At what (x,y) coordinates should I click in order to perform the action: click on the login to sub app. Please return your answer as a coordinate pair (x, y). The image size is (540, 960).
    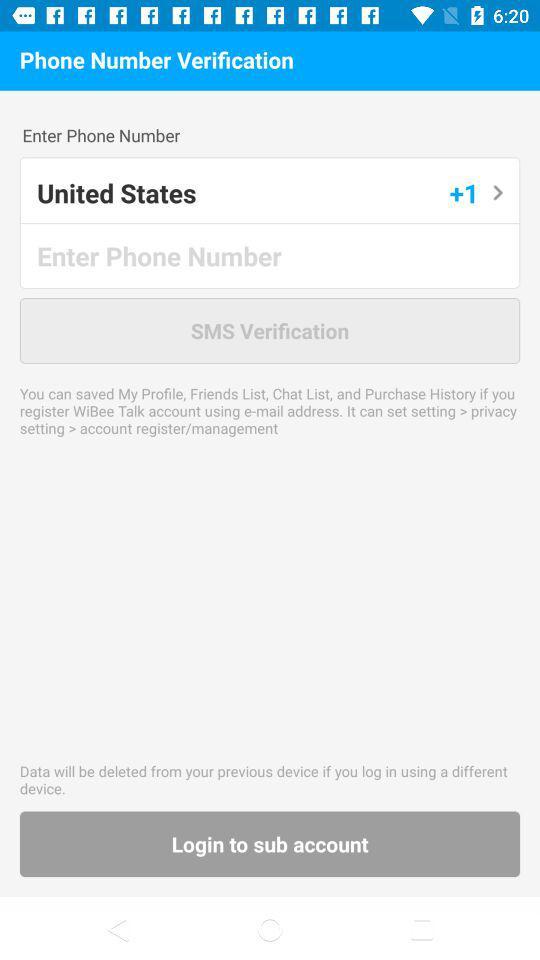
    Looking at the image, I should click on (270, 843).